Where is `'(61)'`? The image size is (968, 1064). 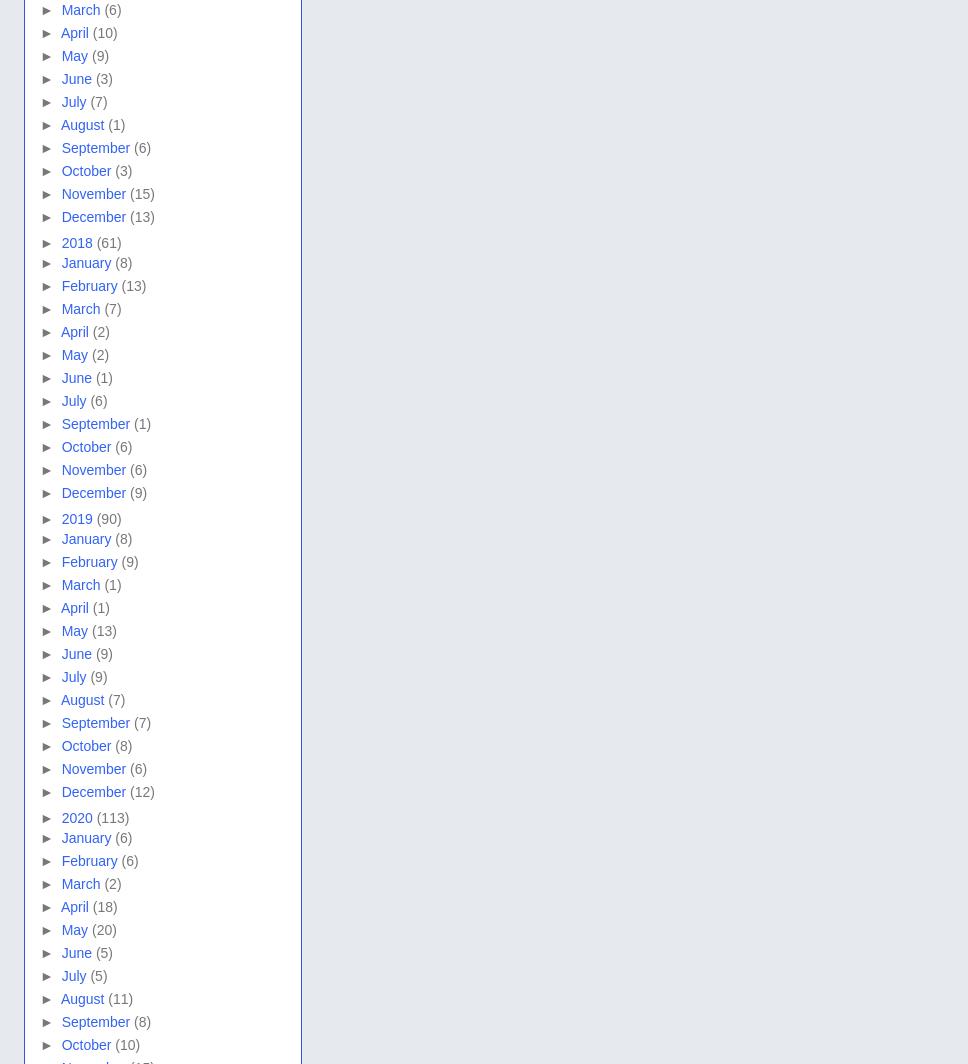 '(61)' is located at coordinates (108, 243).